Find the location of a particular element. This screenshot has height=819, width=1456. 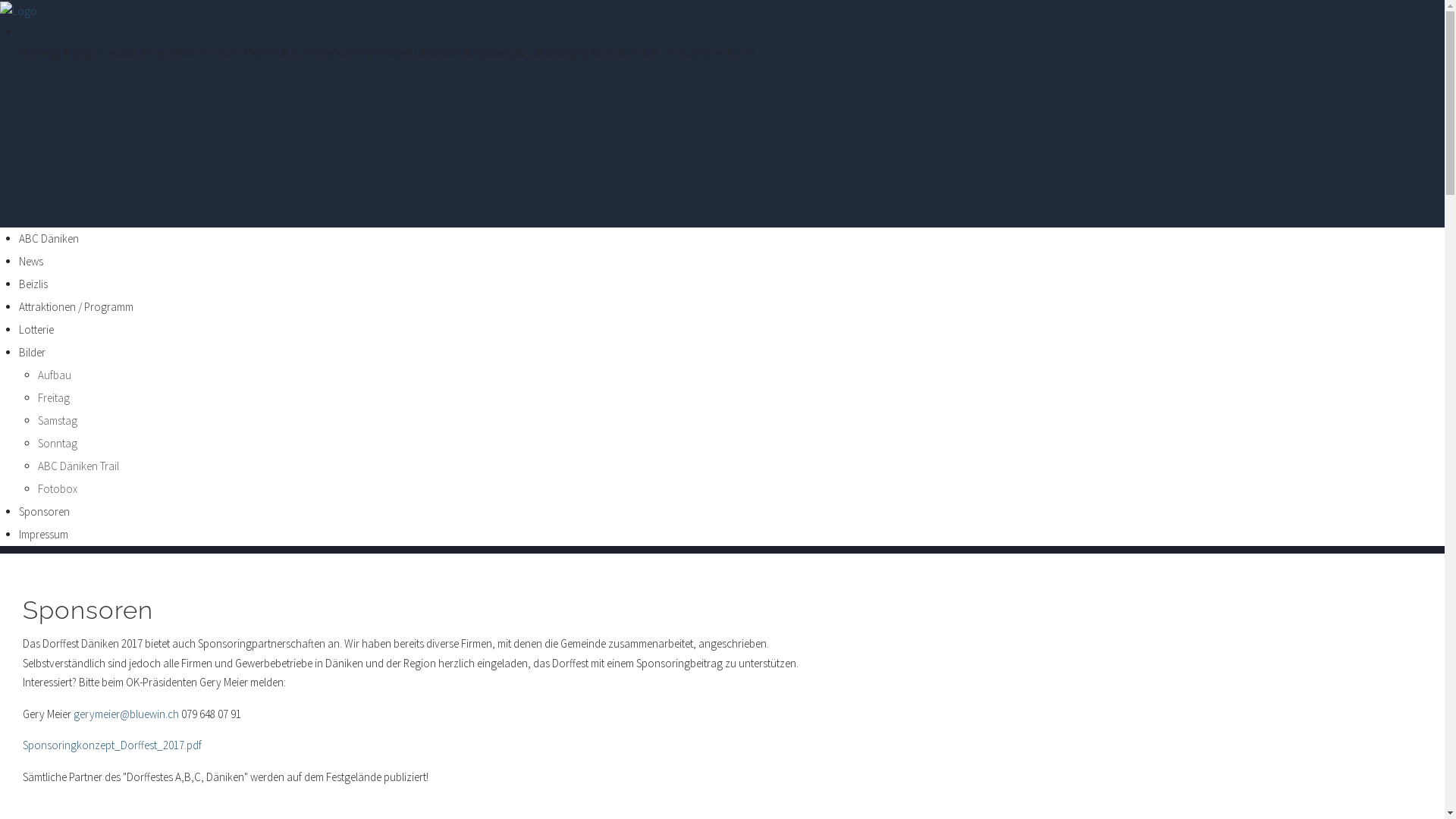

'gerymeier@bluewin.ch' is located at coordinates (126, 714).